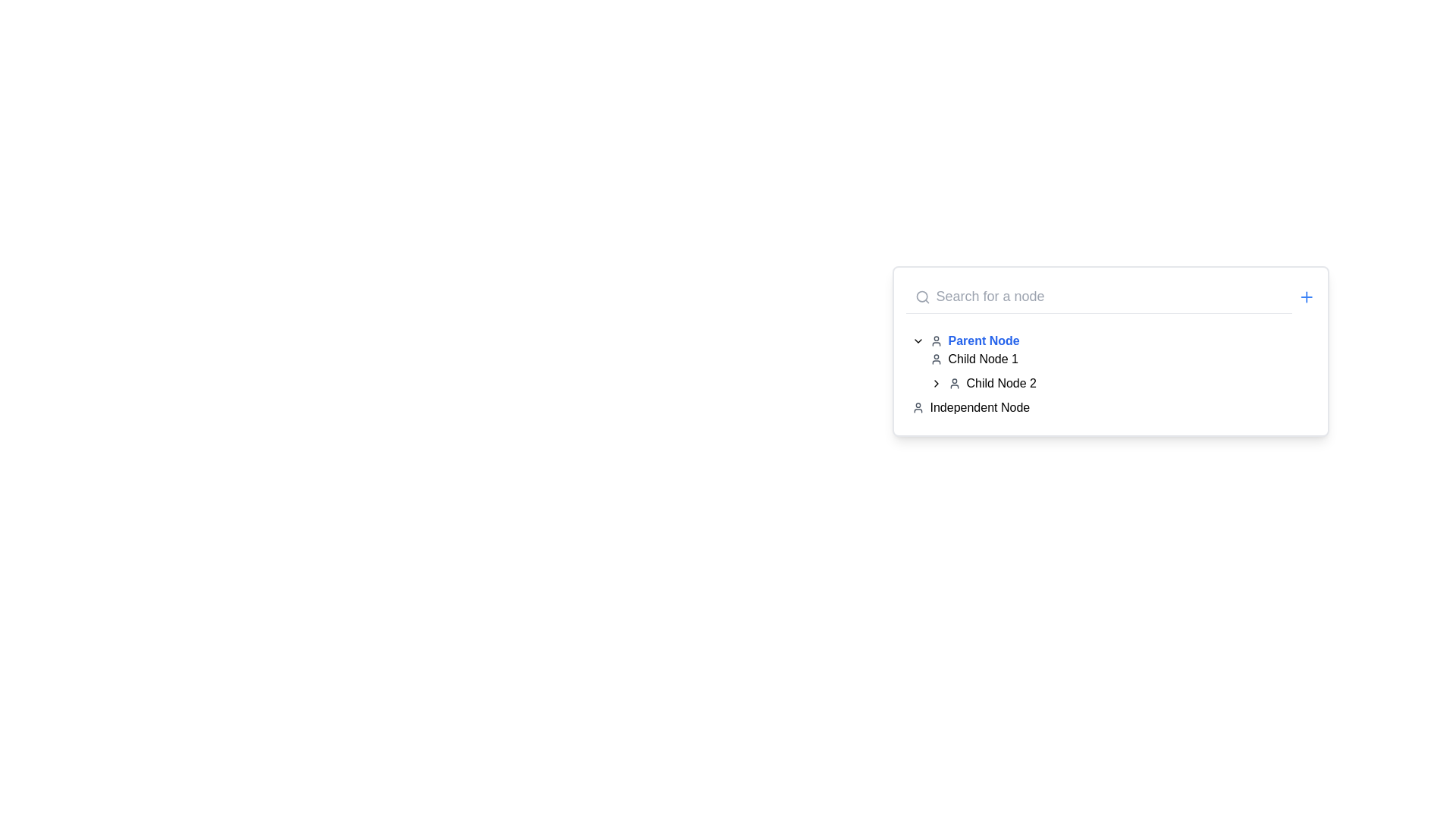 This screenshot has width=1456, height=819. Describe the element at coordinates (1306, 297) in the screenshot. I see `the small circular button with a blue plus icon located on the far-right side of the horizontal bar to trigger the hover effect that changes its color to a darker blue` at that location.